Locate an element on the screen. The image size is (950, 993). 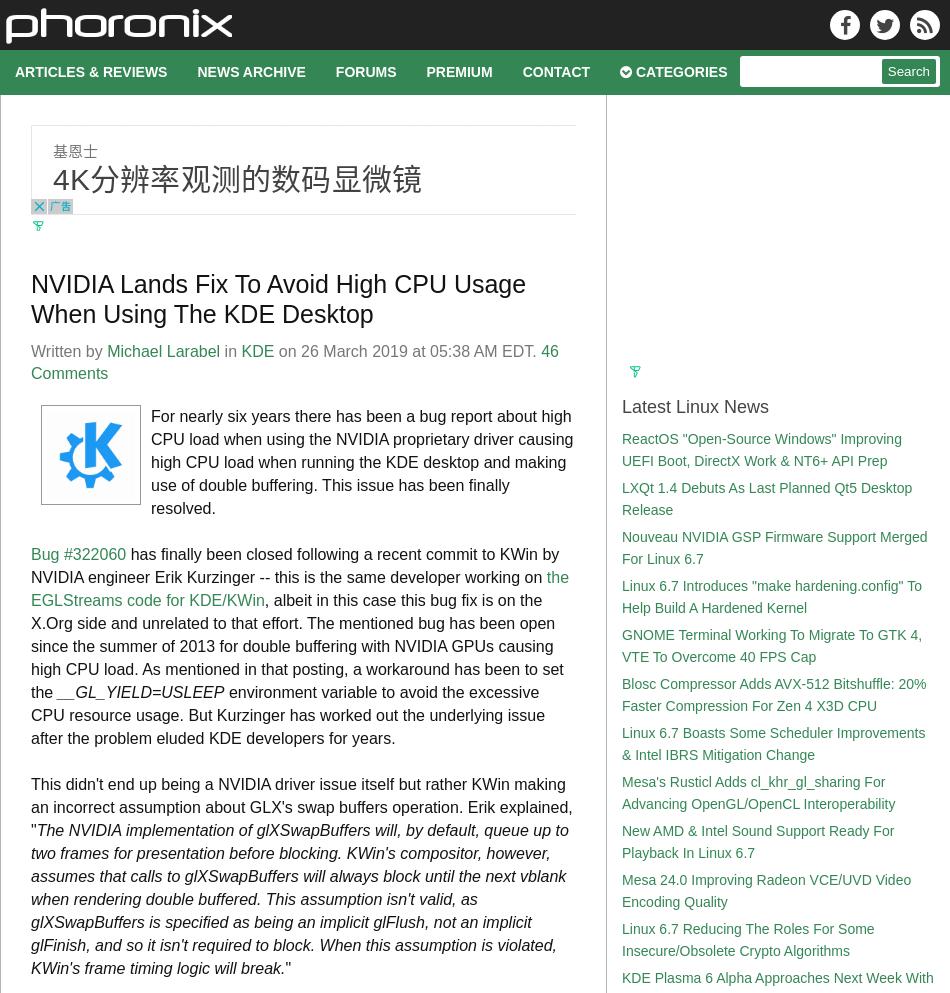
'in' is located at coordinates (230, 351).